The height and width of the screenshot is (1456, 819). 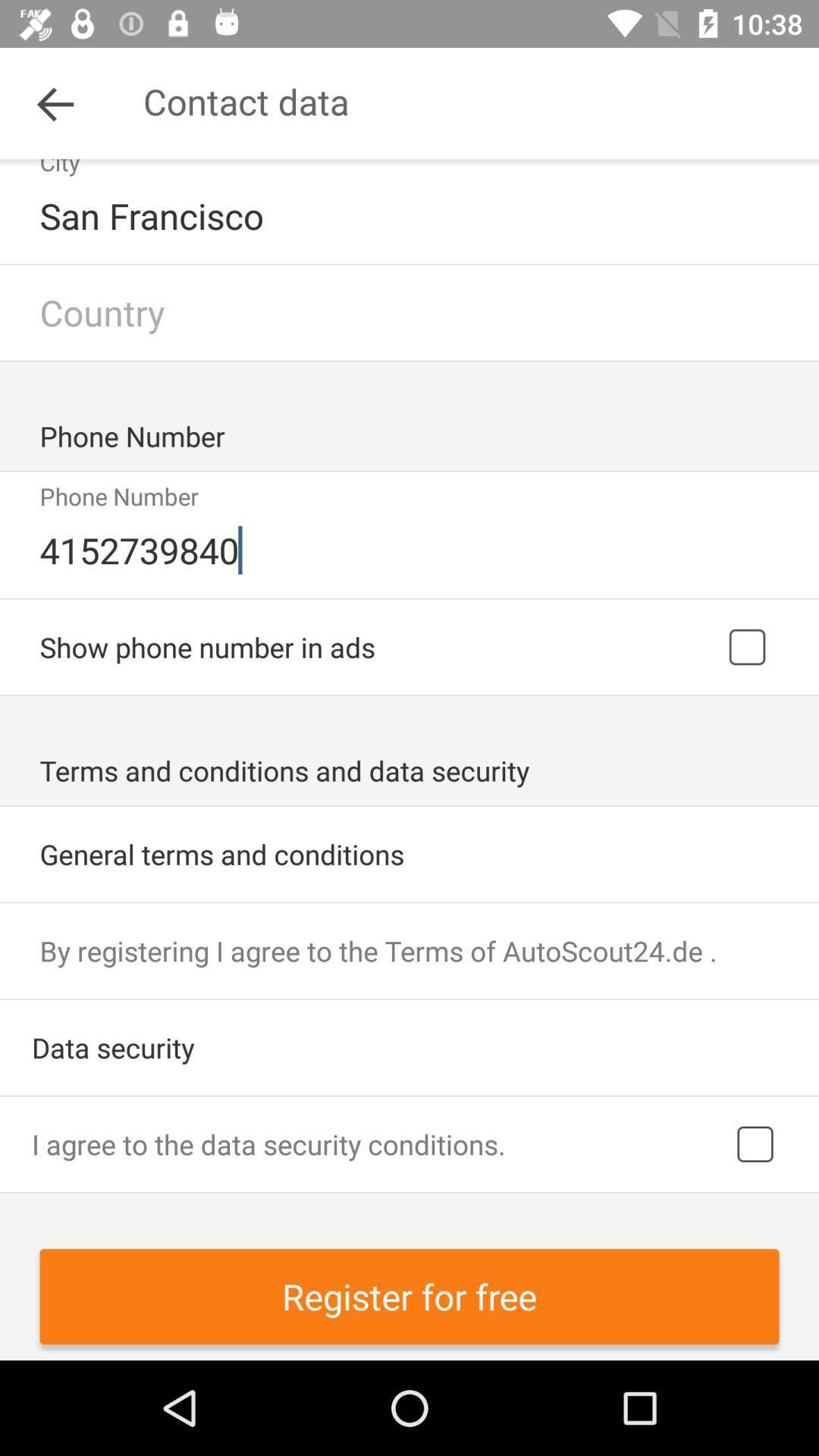 I want to click on san francisco, so click(x=411, y=215).